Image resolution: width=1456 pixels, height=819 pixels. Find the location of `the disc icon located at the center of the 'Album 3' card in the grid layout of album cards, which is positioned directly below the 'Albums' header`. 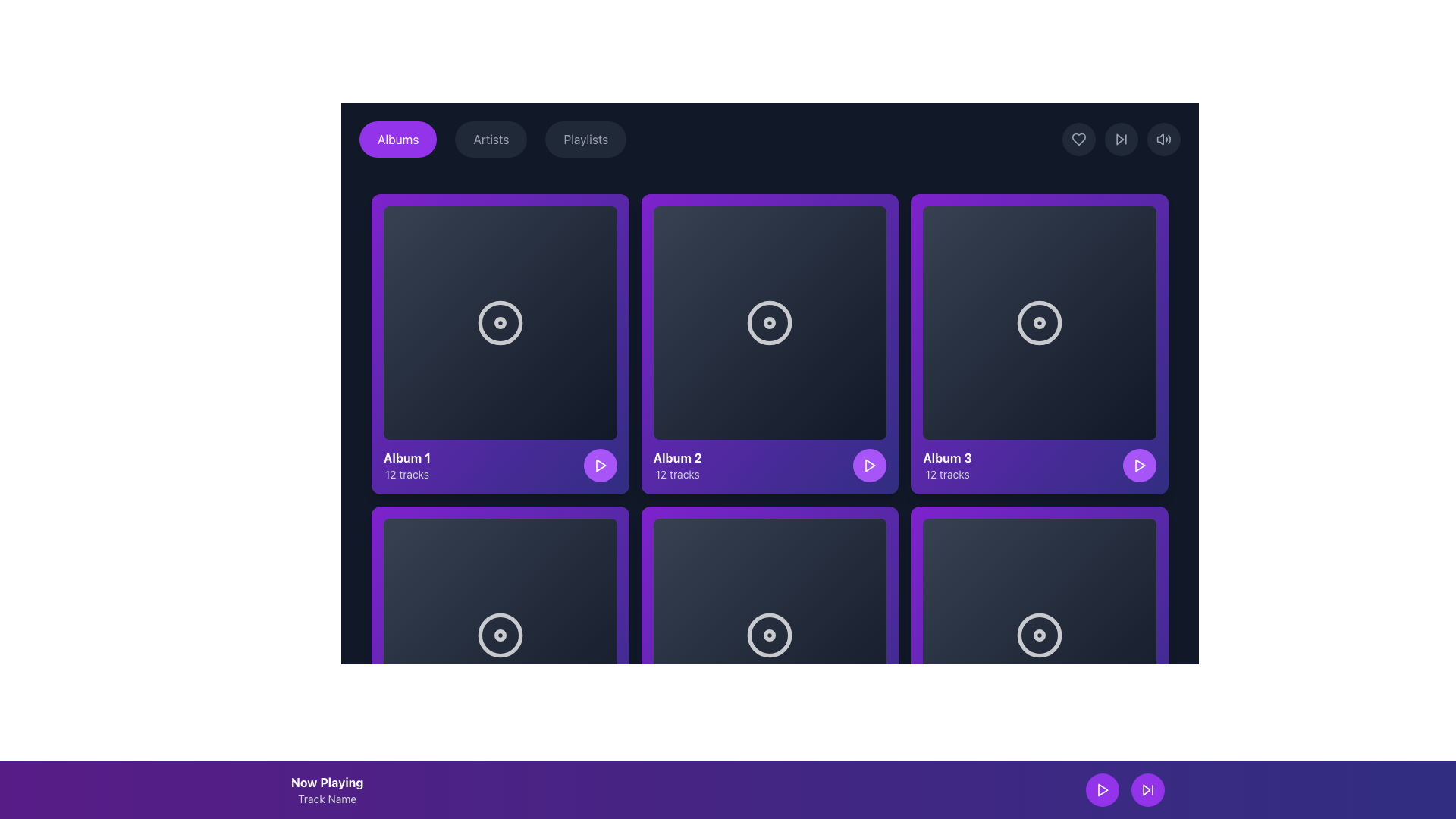

the disc icon located at the center of the 'Album 3' card in the grid layout of album cards, which is positioned directly below the 'Albums' header is located at coordinates (1039, 322).